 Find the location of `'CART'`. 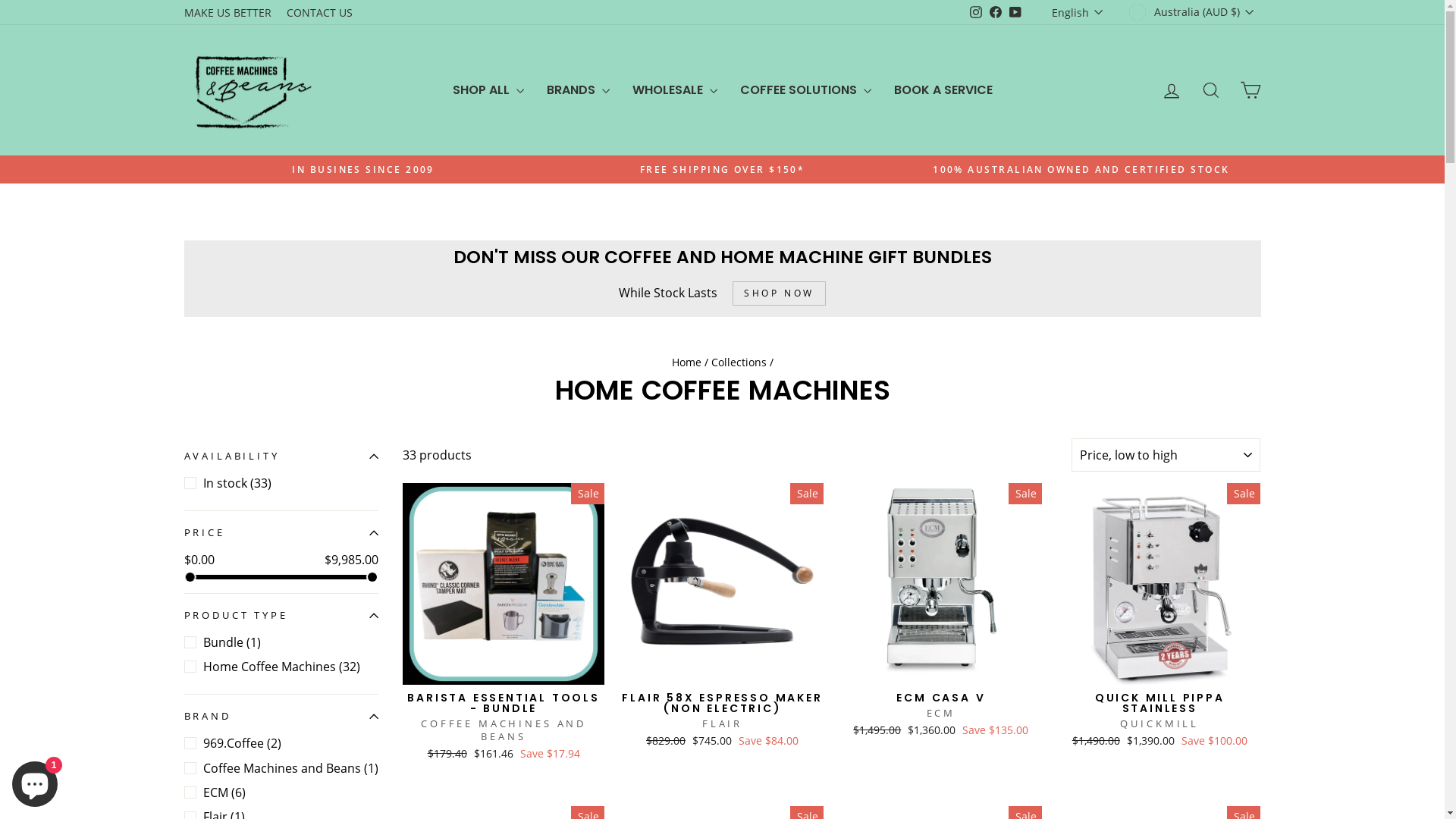

'CART' is located at coordinates (1249, 90).